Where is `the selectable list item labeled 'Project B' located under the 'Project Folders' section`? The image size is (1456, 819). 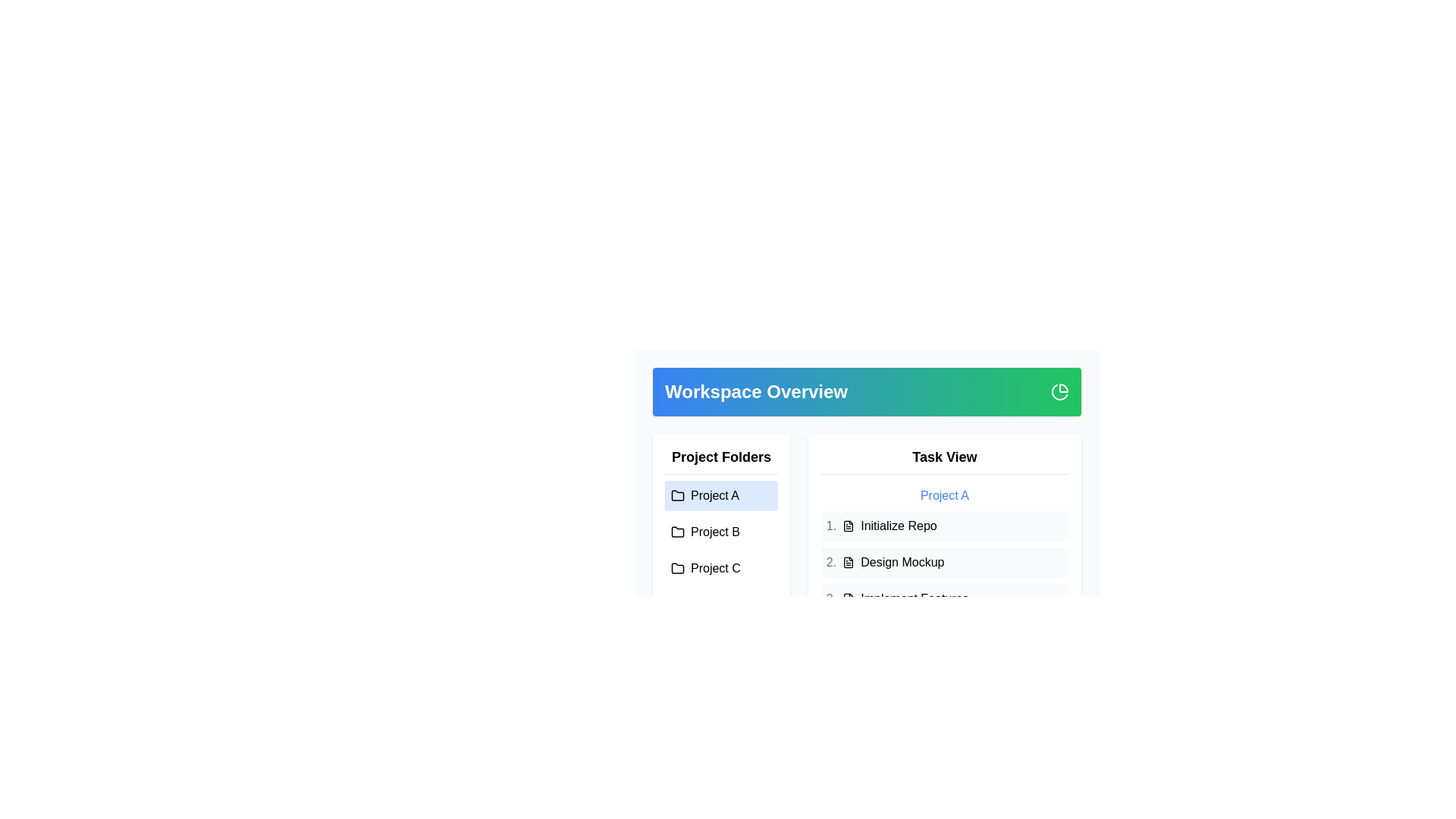
the selectable list item labeled 'Project B' located under the 'Project Folders' section is located at coordinates (720, 532).